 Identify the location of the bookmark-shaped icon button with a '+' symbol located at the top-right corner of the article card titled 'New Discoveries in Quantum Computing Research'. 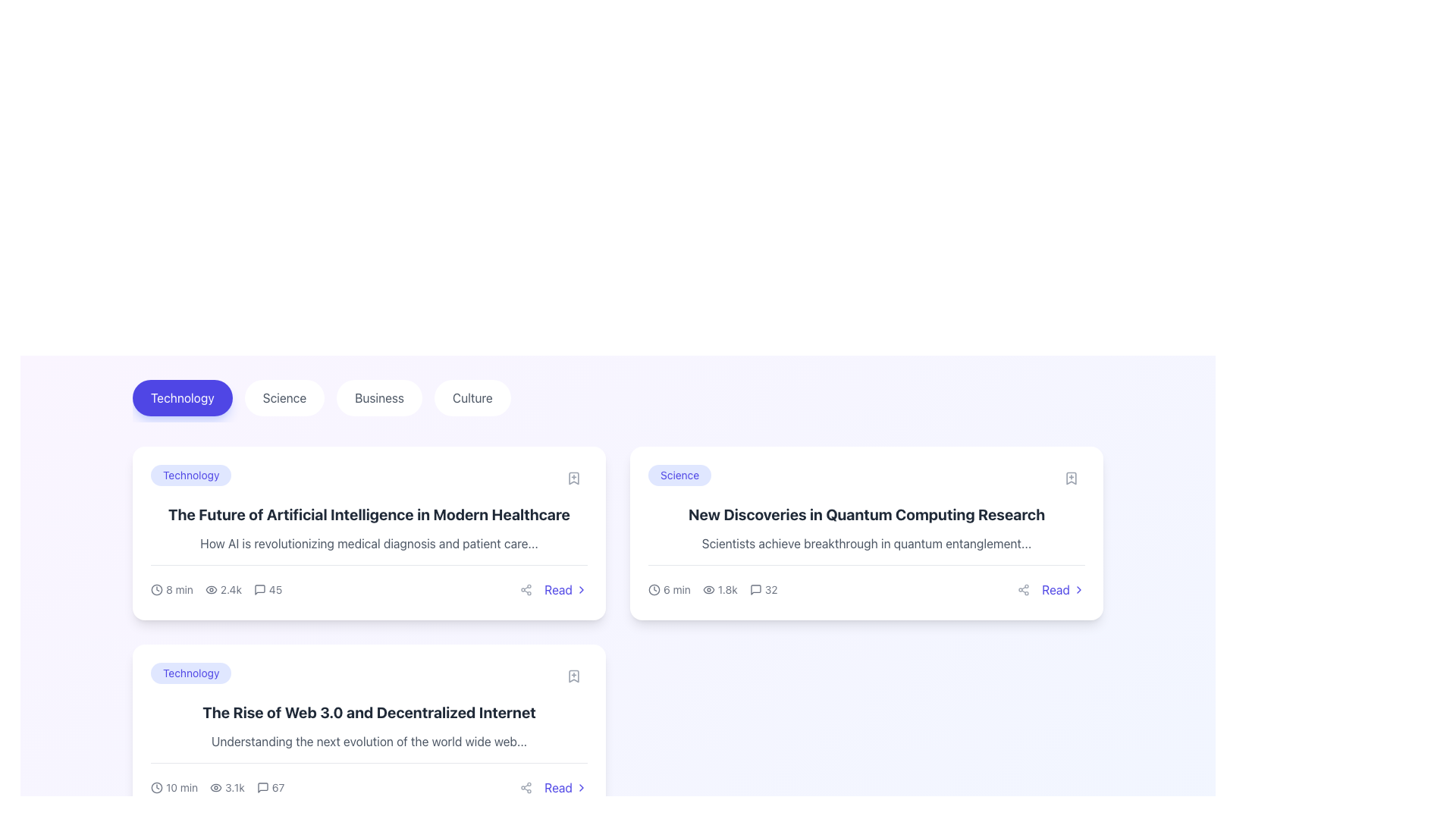
(1070, 479).